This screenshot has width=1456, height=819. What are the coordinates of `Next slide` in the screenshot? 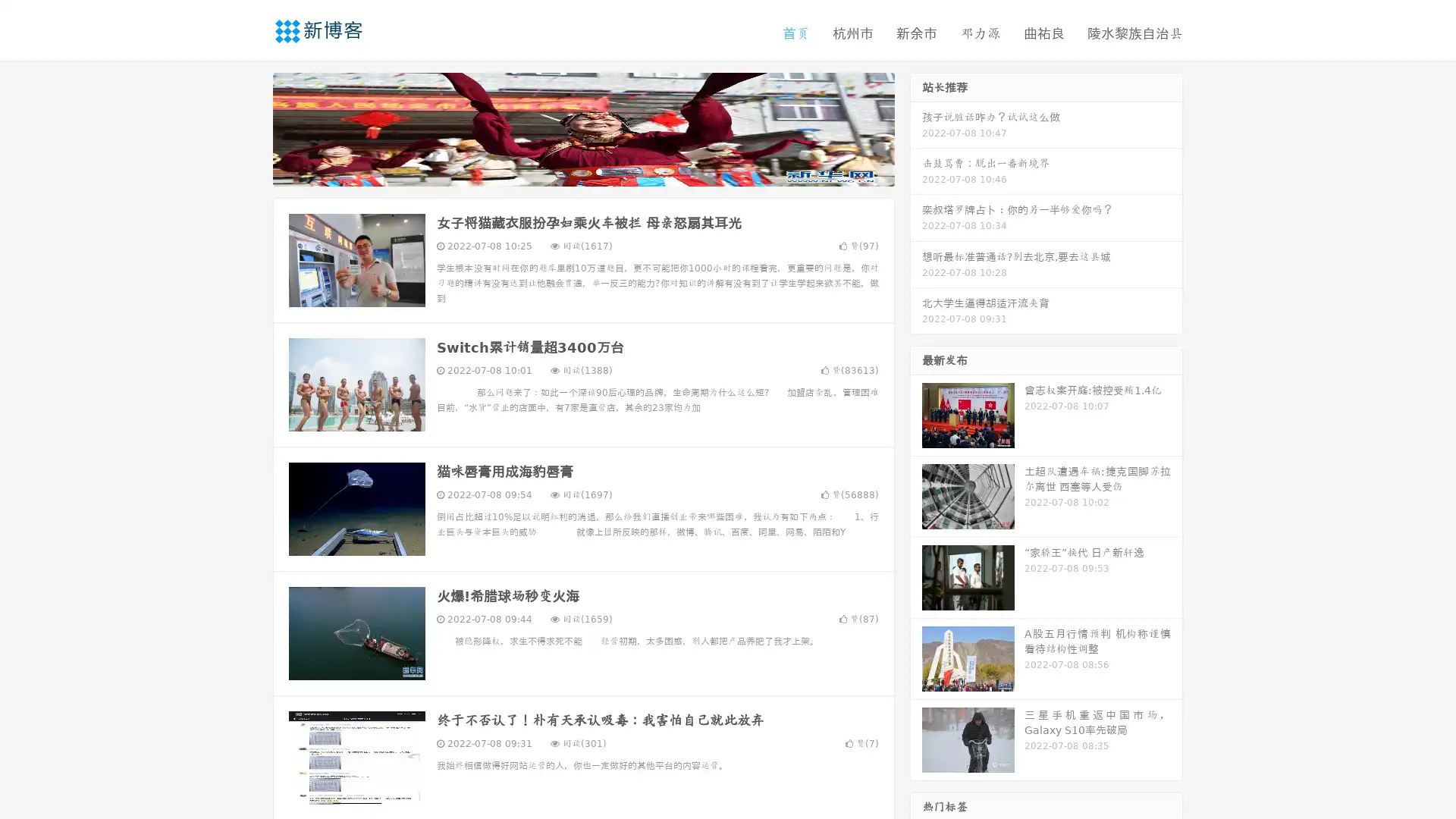 It's located at (916, 127).